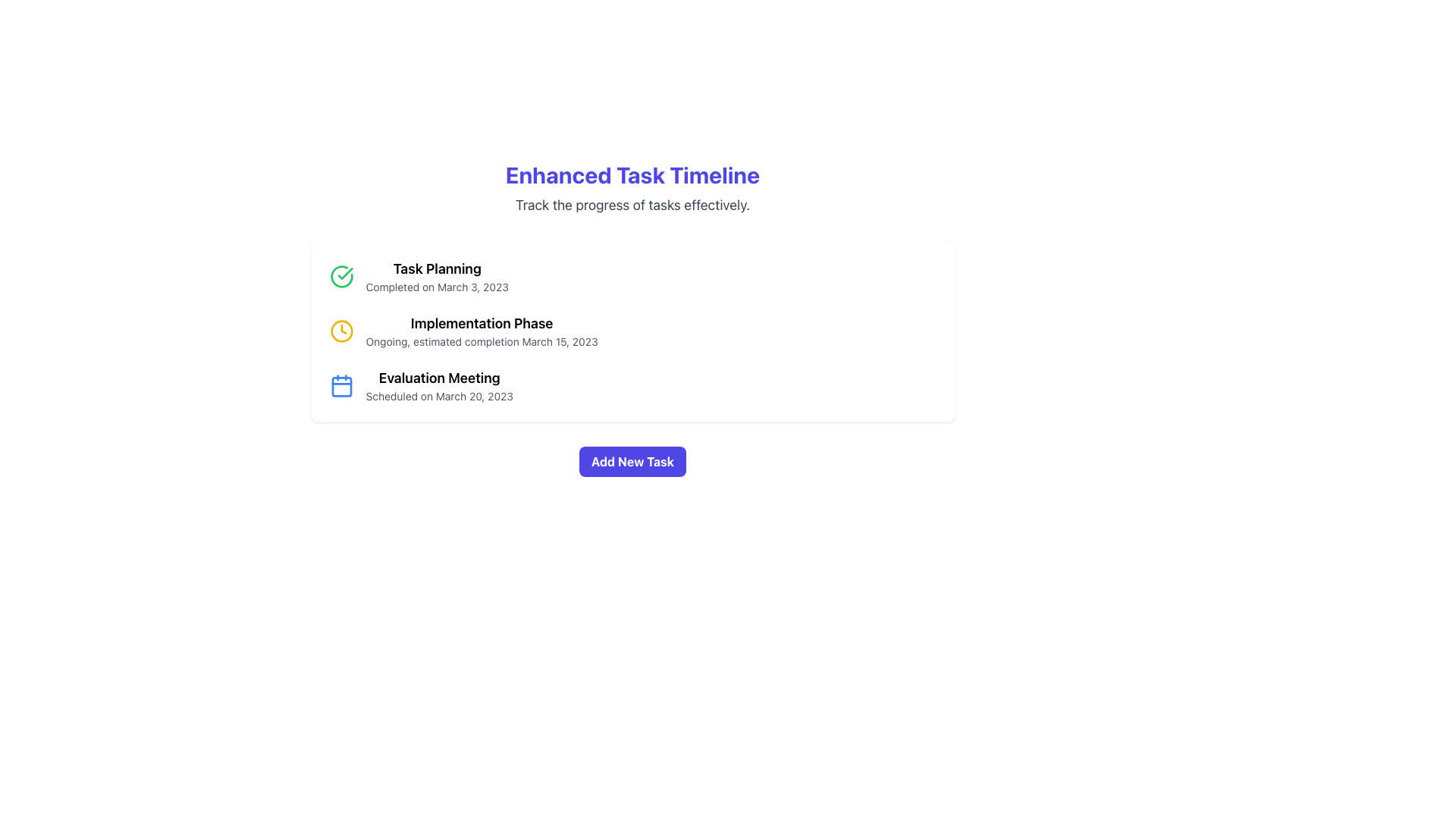 The width and height of the screenshot is (1456, 819). What do you see at coordinates (632, 174) in the screenshot?
I see `the heading 'Enhanced Task Timeline', which is styled in a bold, large indigo font and is located at the top-center of the interface` at bounding box center [632, 174].